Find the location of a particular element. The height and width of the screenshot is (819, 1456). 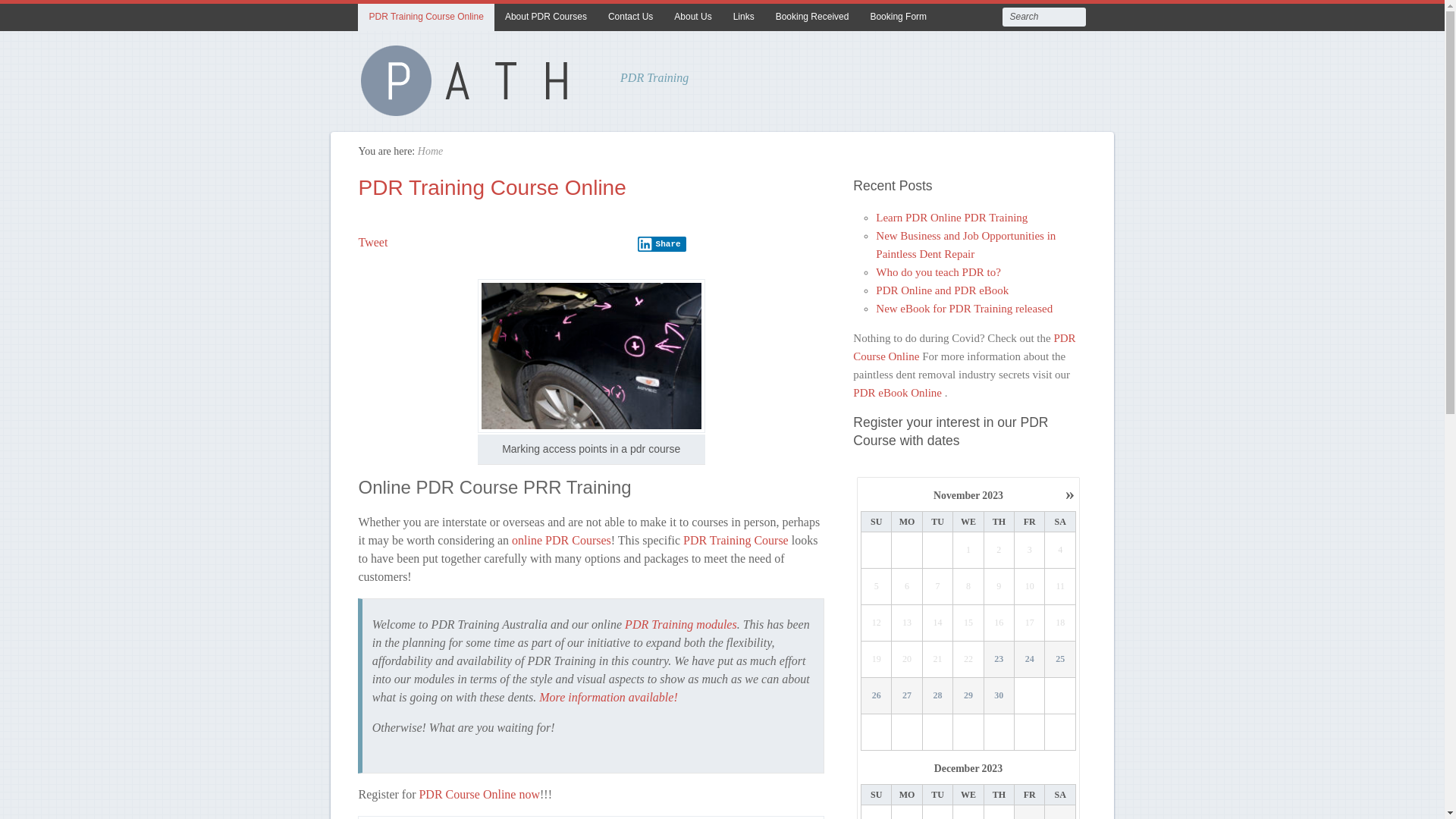

'24' is located at coordinates (1015, 658).